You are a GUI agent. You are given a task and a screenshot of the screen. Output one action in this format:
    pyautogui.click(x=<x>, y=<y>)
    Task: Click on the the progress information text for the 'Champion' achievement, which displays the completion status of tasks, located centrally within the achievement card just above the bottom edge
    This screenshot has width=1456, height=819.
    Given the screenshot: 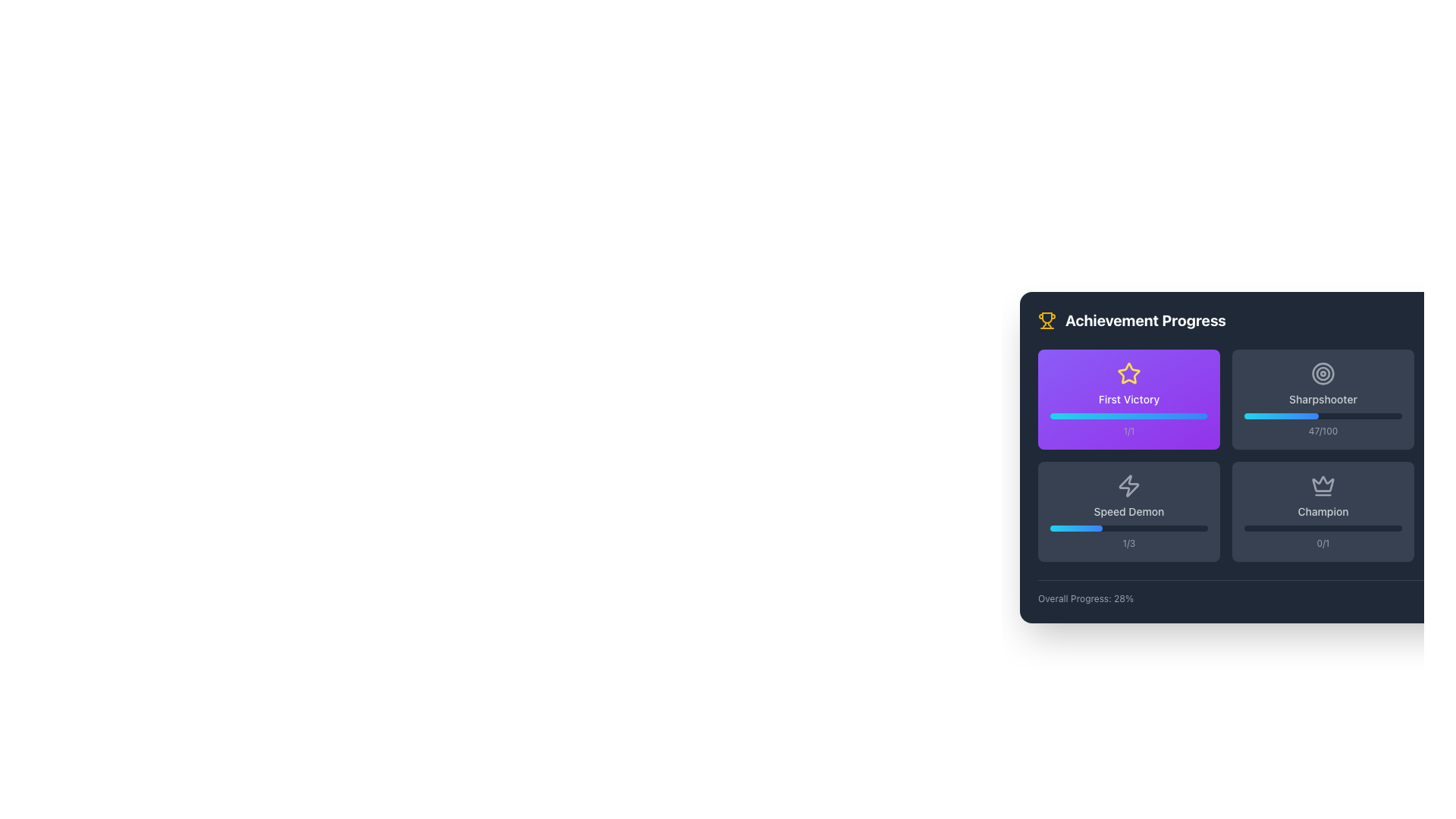 What is the action you would take?
    pyautogui.click(x=1322, y=543)
    